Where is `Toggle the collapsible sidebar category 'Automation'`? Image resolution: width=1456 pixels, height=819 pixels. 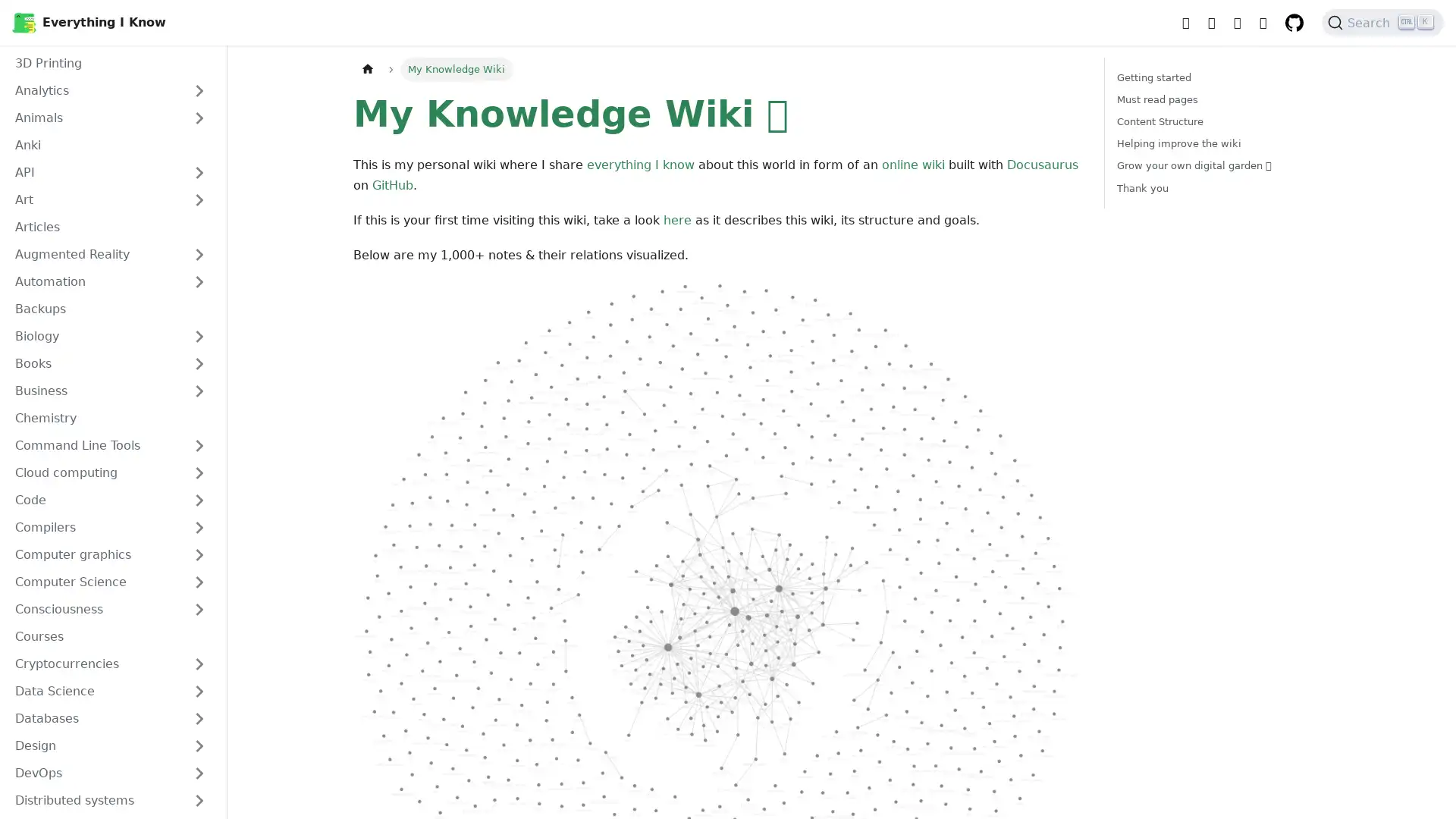 Toggle the collapsible sidebar category 'Automation' is located at coordinates (199, 281).